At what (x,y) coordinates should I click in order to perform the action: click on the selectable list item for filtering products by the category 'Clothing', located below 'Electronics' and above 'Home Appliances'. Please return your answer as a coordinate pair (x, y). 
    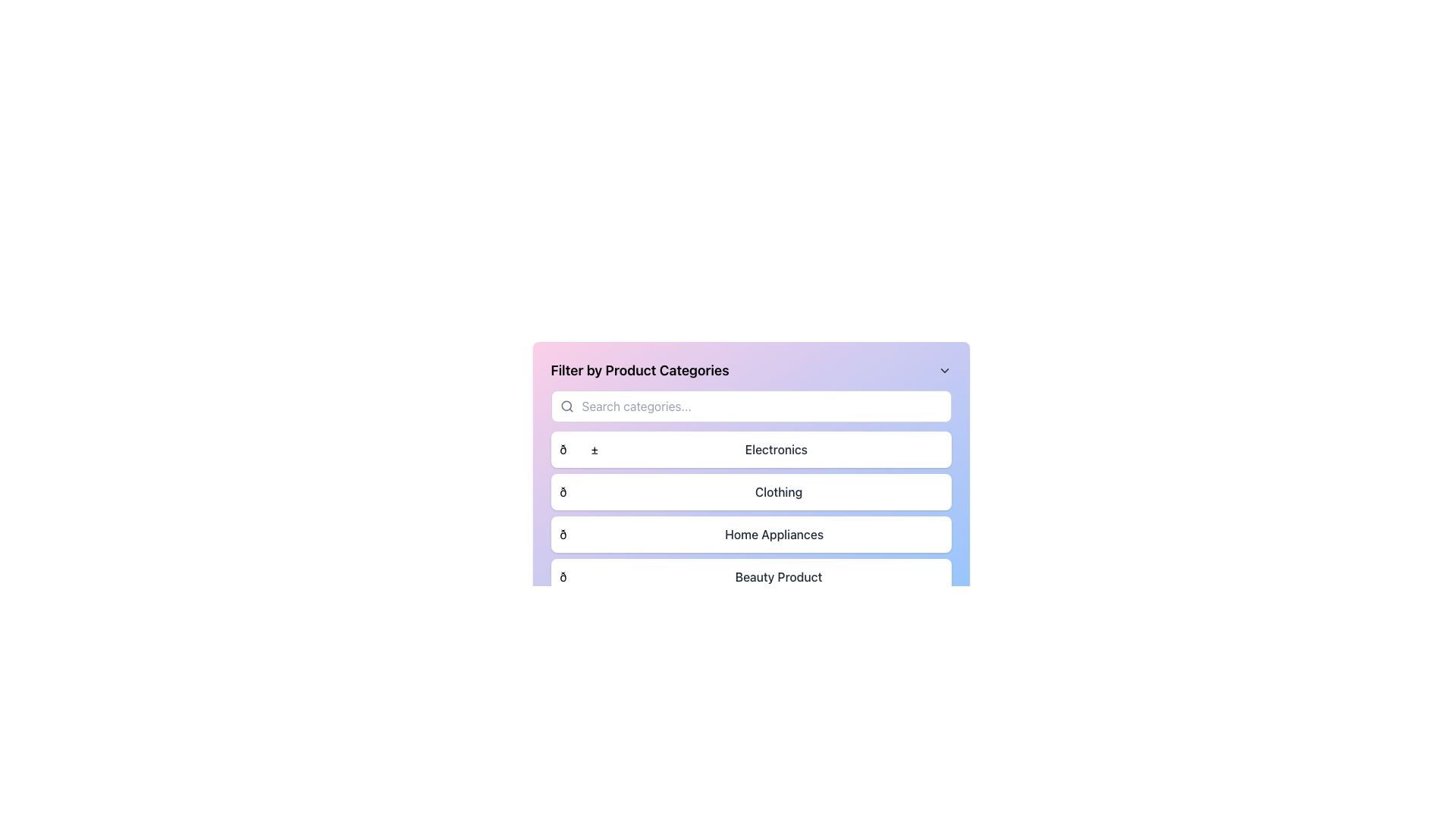
    Looking at the image, I should click on (751, 491).